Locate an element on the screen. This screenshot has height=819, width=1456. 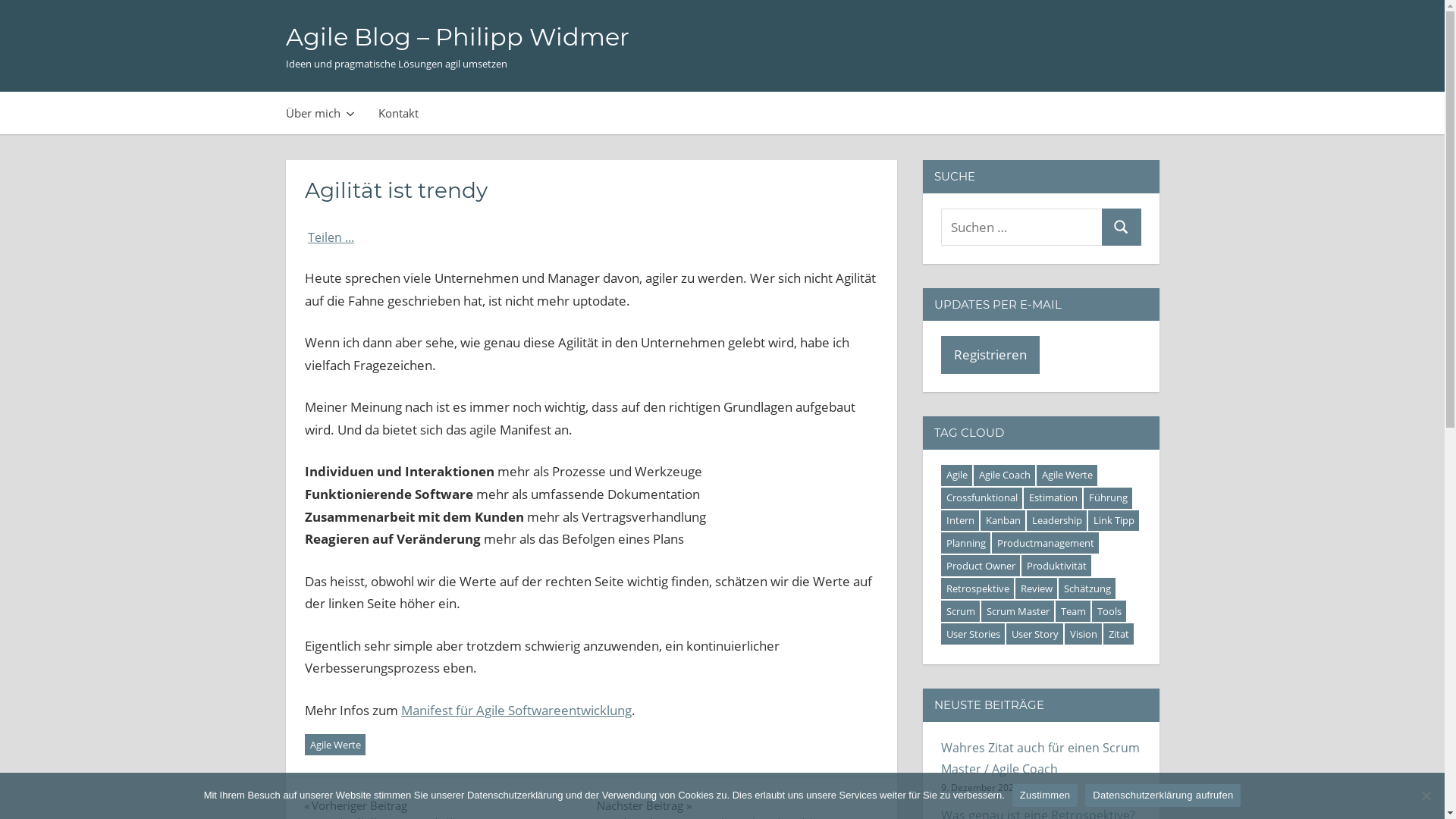
'Leadership' is located at coordinates (1056, 519).